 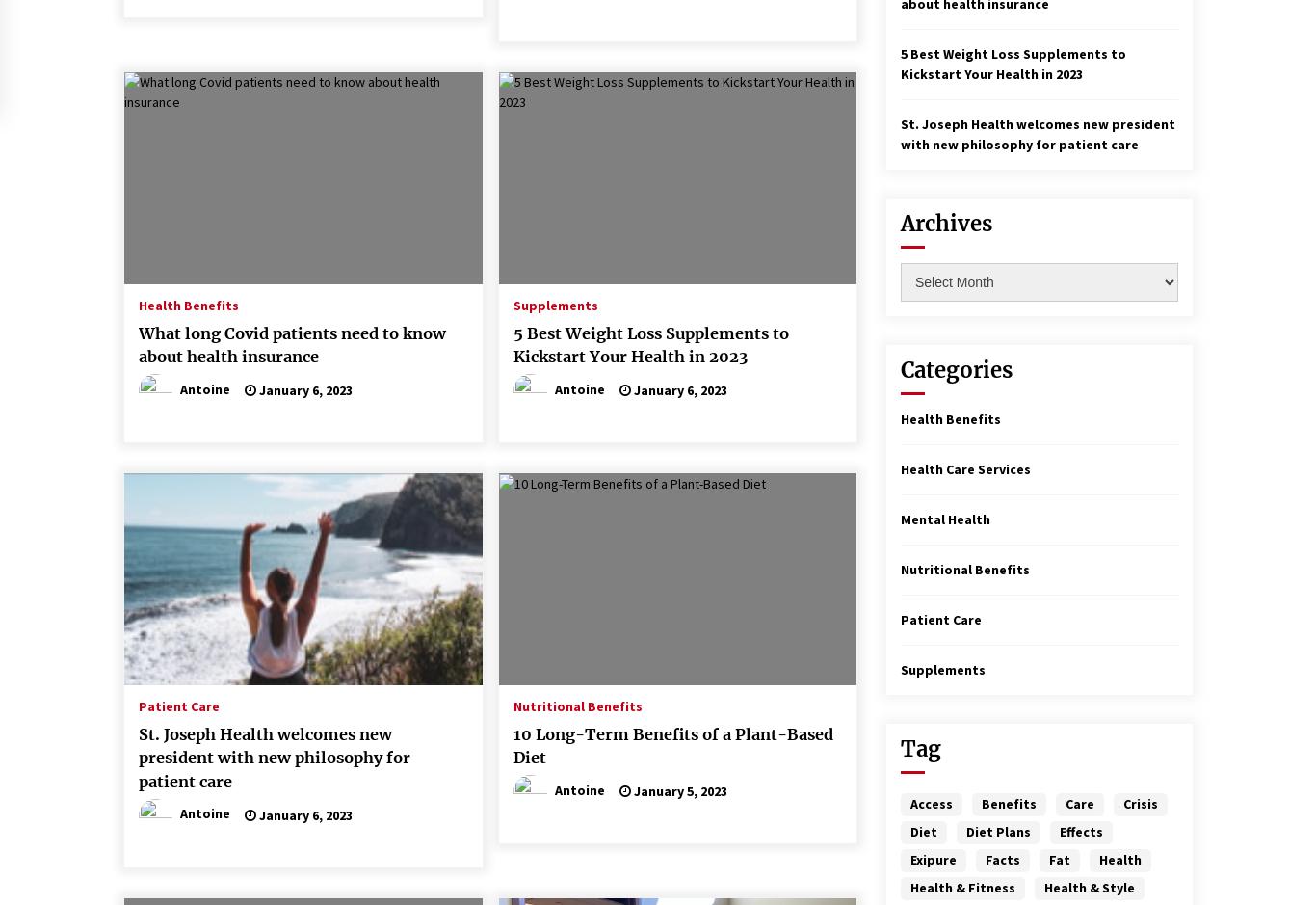 I want to click on 'benefits', so click(x=1008, y=803).